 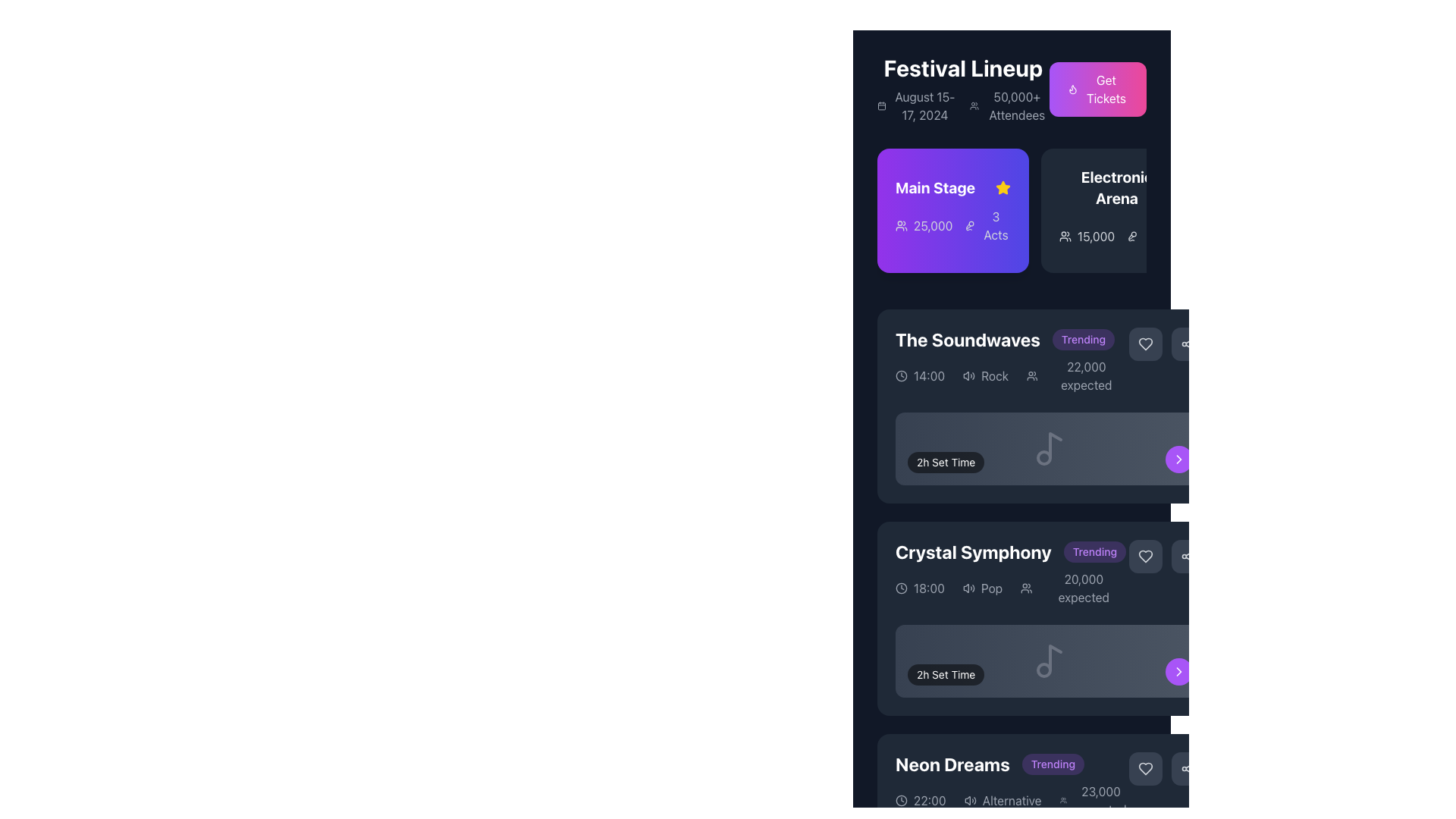 What do you see at coordinates (1146, 344) in the screenshot?
I see `the heart-shaped button outlined in white, which is located centrally within a dark-gray rounded corner background` at bounding box center [1146, 344].